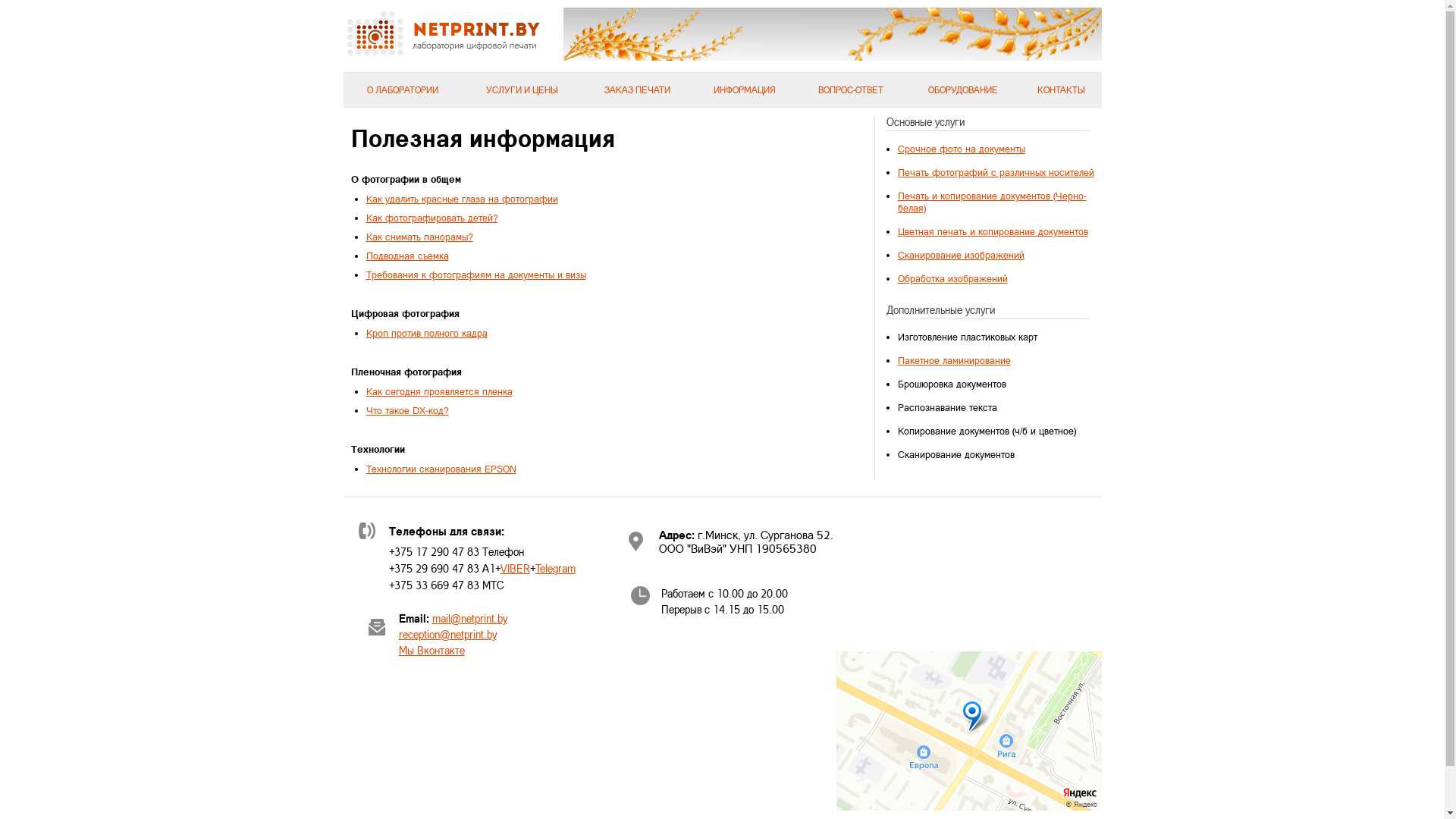  Describe the element at coordinates (447, 634) in the screenshot. I see `'reception@netprint.by'` at that location.